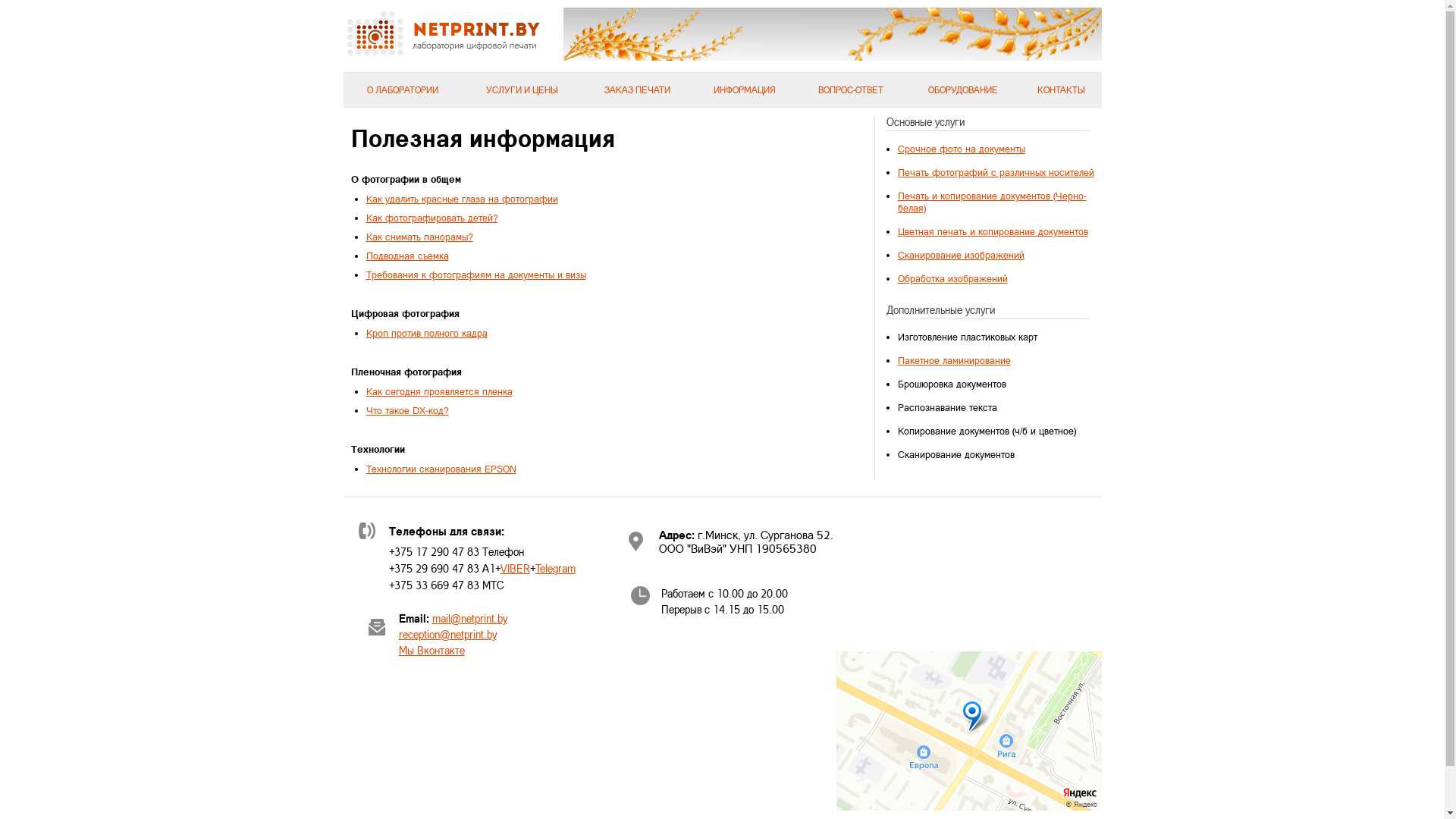  Describe the element at coordinates (447, 634) in the screenshot. I see `'reception@netprint.by'` at that location.